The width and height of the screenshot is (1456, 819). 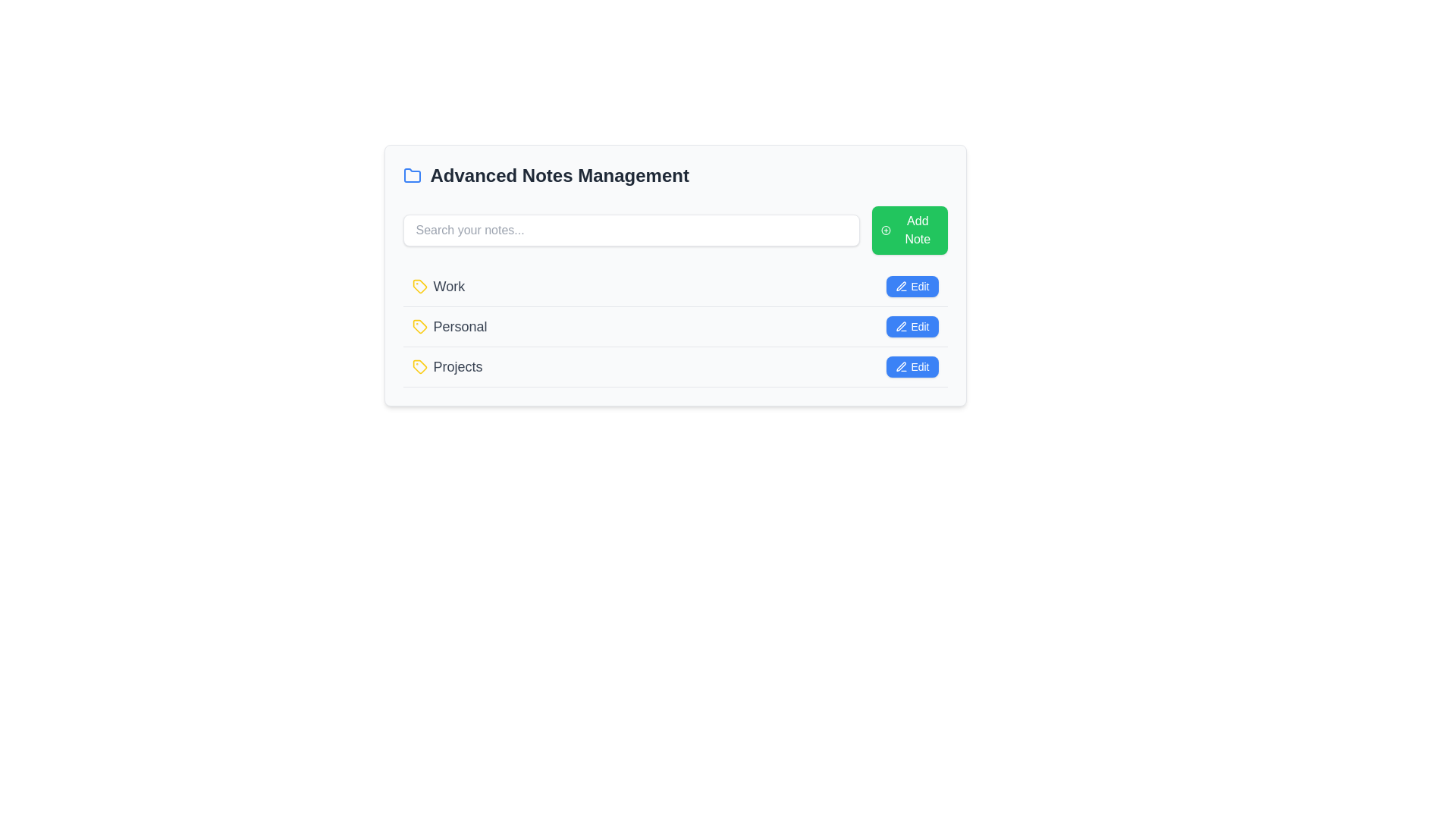 What do you see at coordinates (912, 366) in the screenshot?
I see `the editing button located at the top right of the 'Projects' section` at bounding box center [912, 366].